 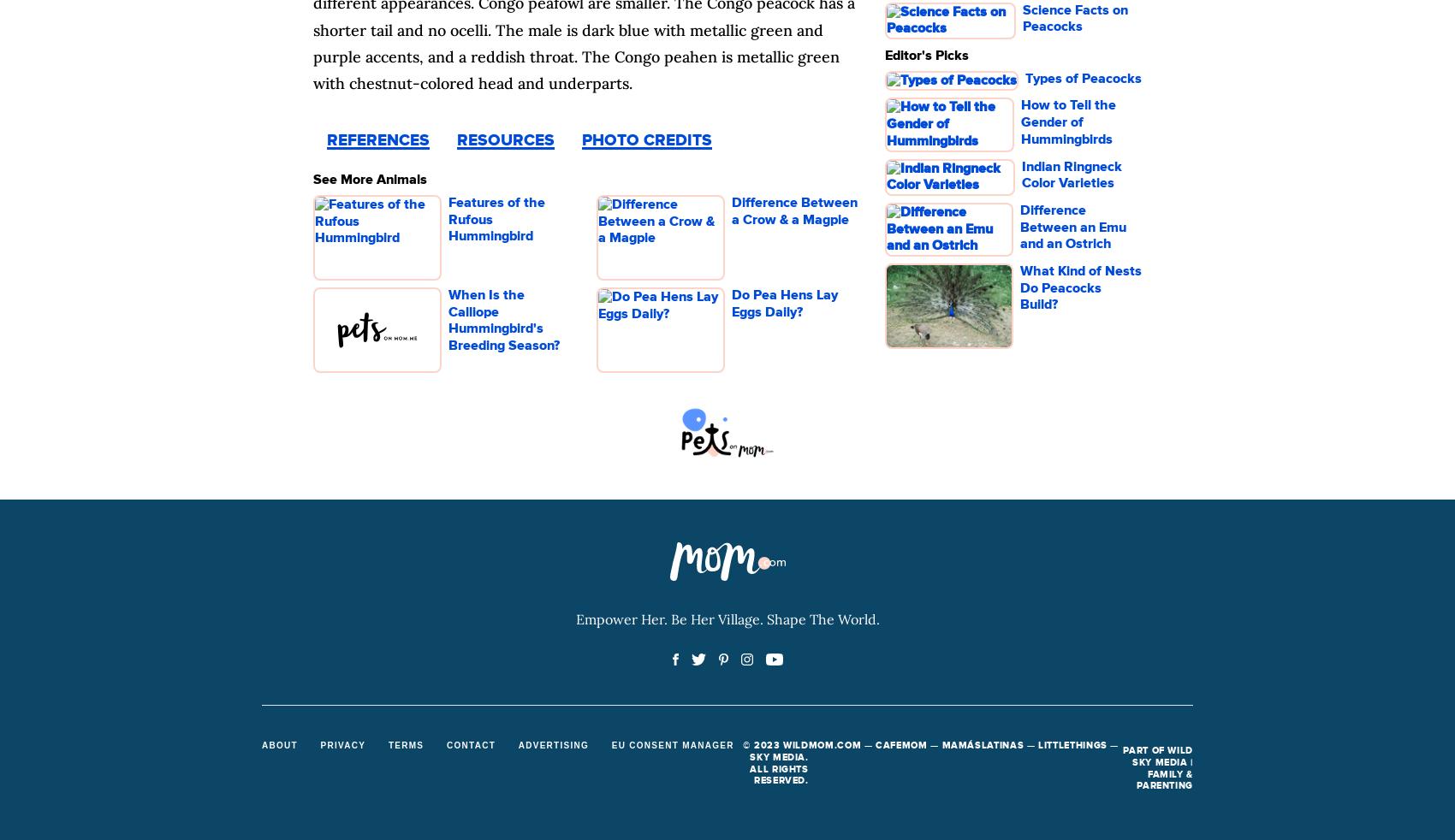 What do you see at coordinates (575, 618) in the screenshot?
I see `'Empower Her. Be Her Village. Shape The World.'` at bounding box center [575, 618].